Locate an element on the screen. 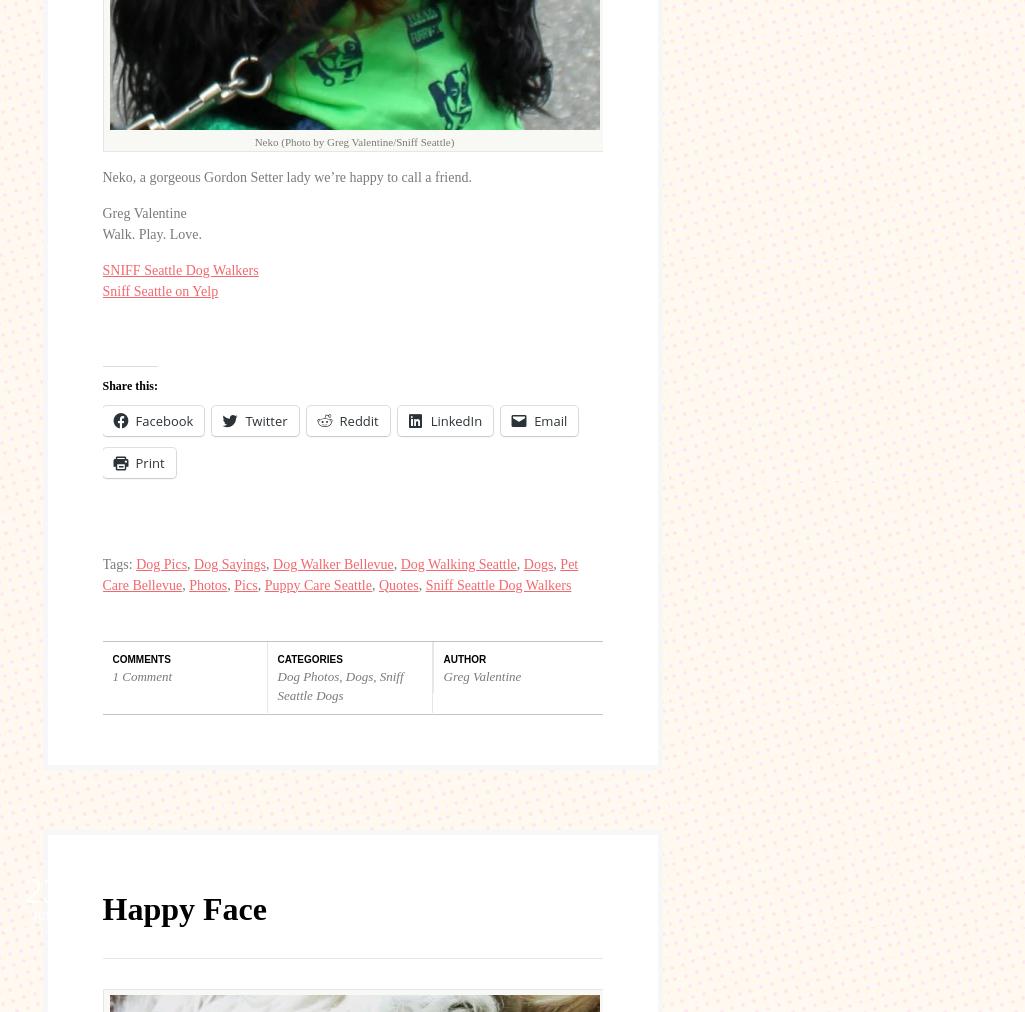 The width and height of the screenshot is (1025, 1012). 'Walk. Play. Love.' is located at coordinates (150, 234).